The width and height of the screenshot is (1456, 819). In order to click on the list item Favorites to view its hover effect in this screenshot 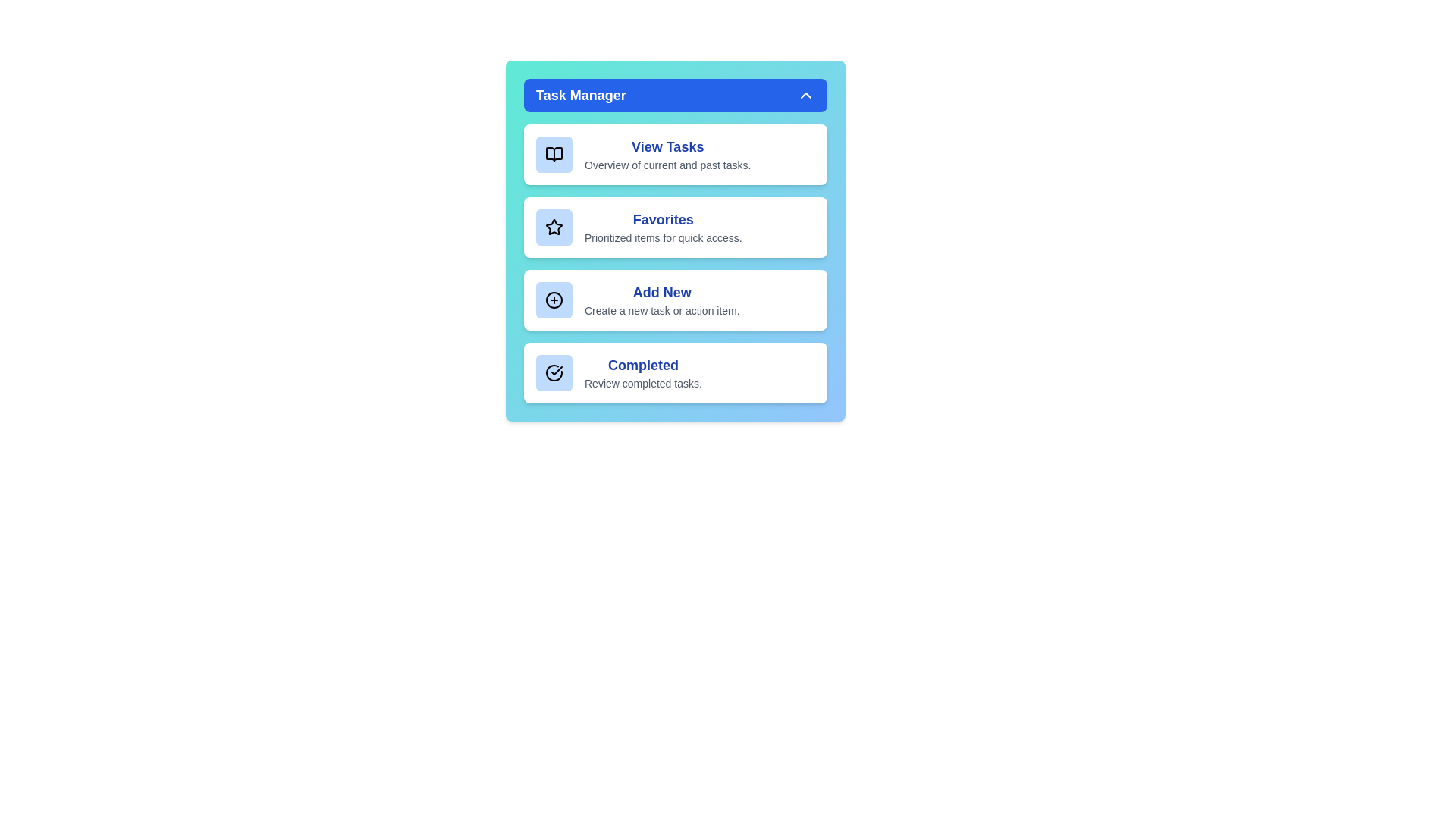, I will do `click(675, 227)`.